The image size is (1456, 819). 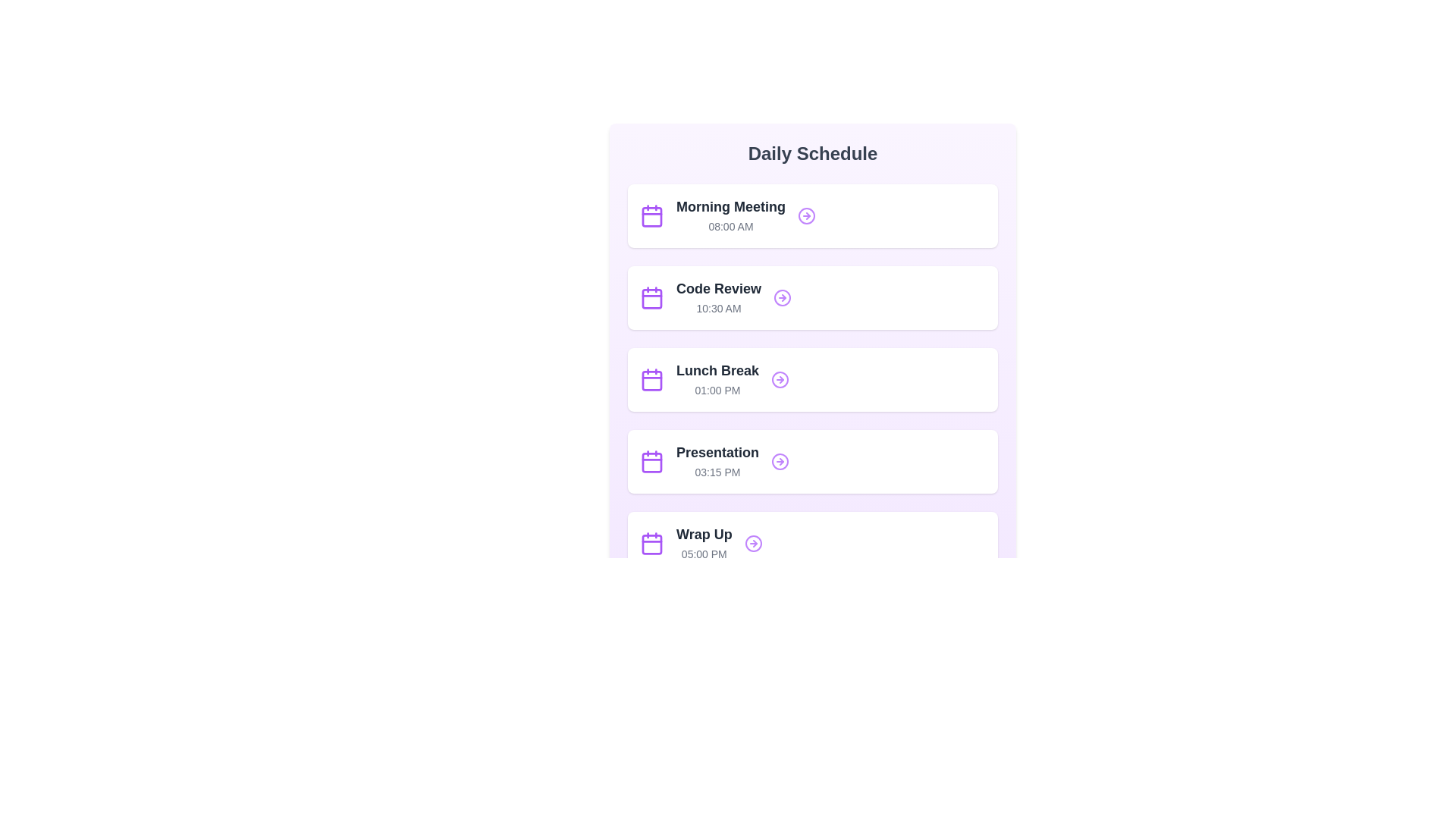 What do you see at coordinates (717, 472) in the screenshot?
I see `the text label displaying '03:15 PM', which is located directly below the 'Presentation' text within the corresponding schedule card` at bounding box center [717, 472].